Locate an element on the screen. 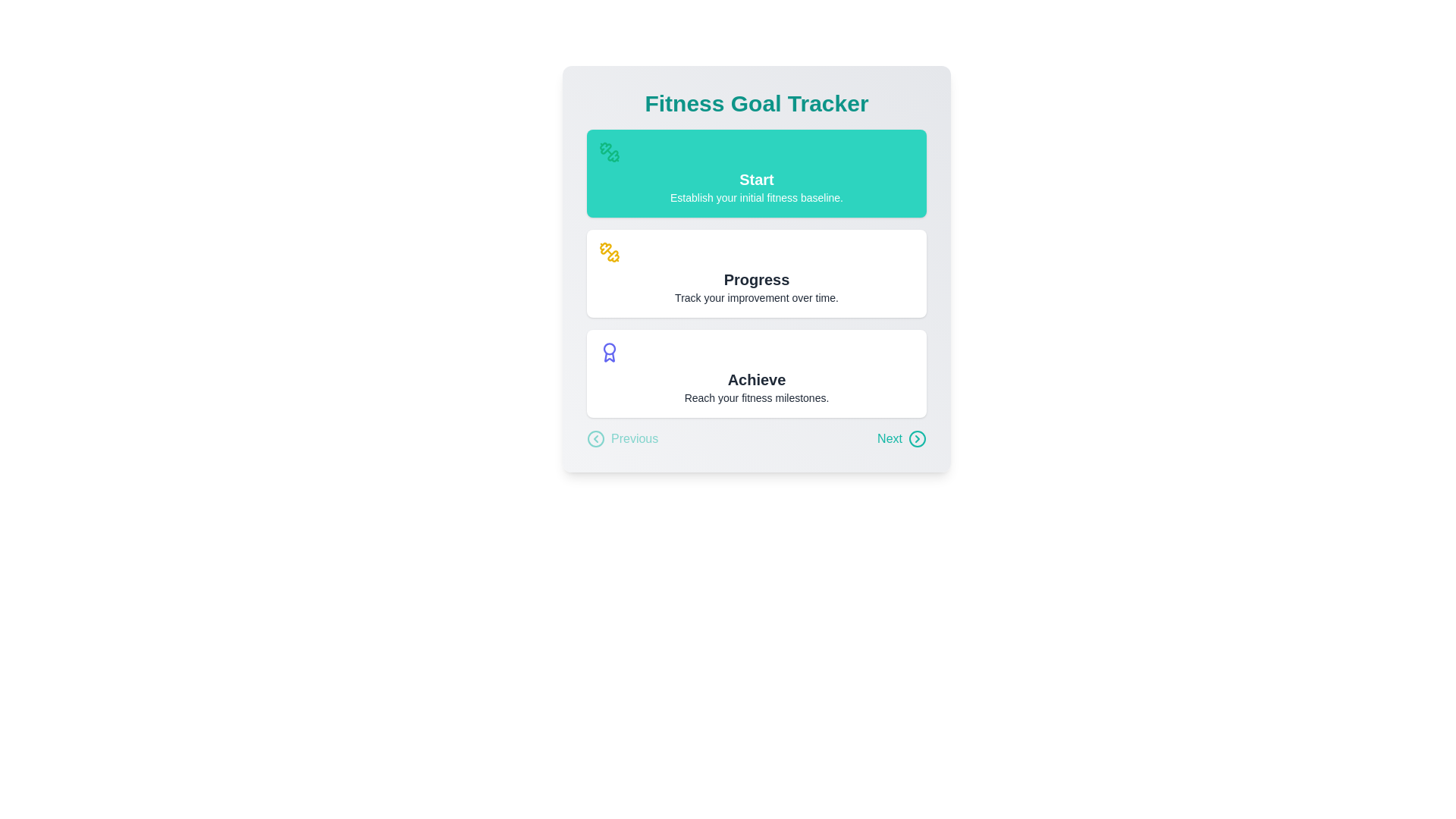  the navigation bar located at the bottom of the card-like layout to receive visual feedback on the 'Previous' and 'Next' buttons is located at coordinates (757, 438).